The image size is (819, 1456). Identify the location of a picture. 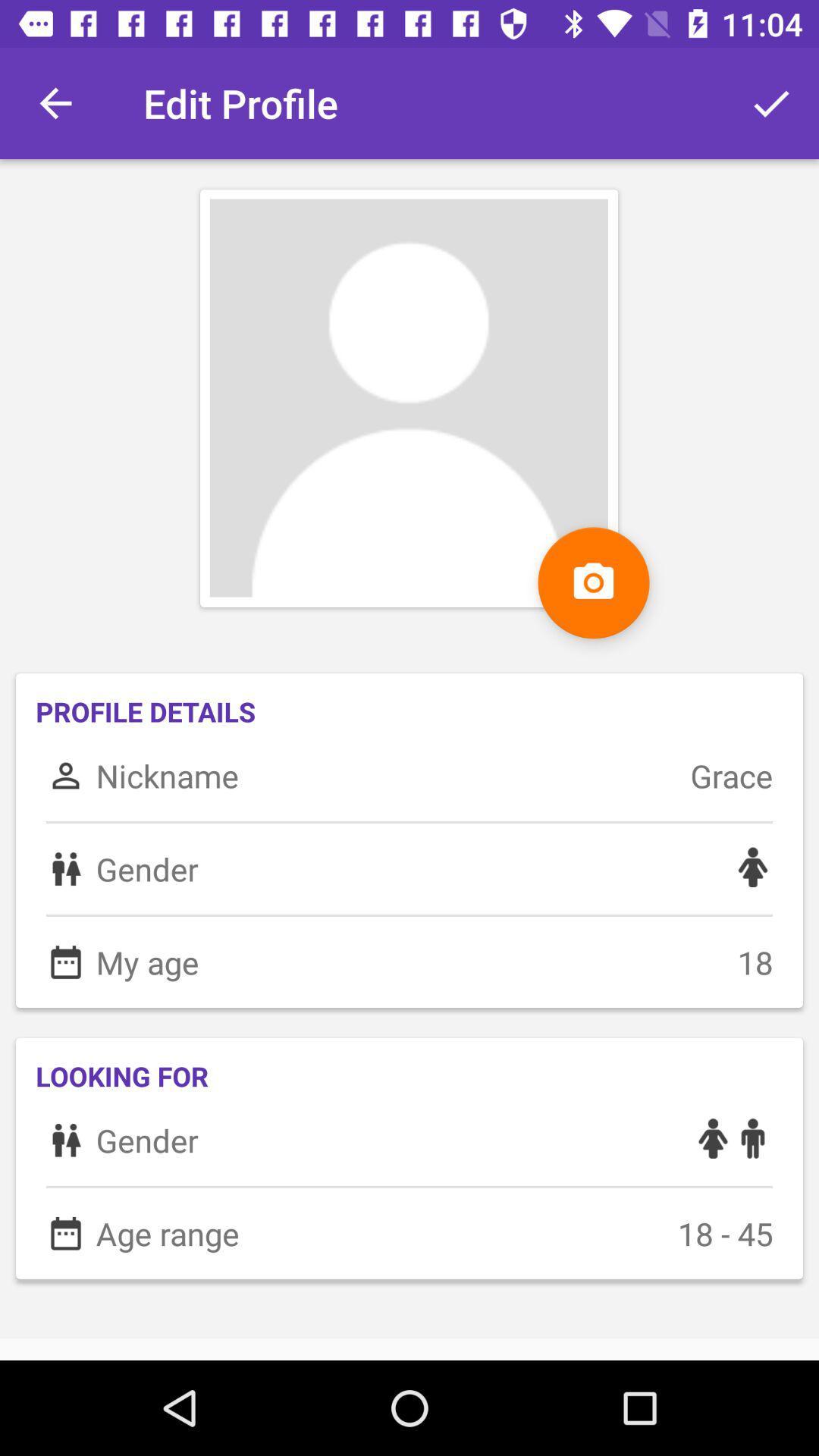
(593, 582).